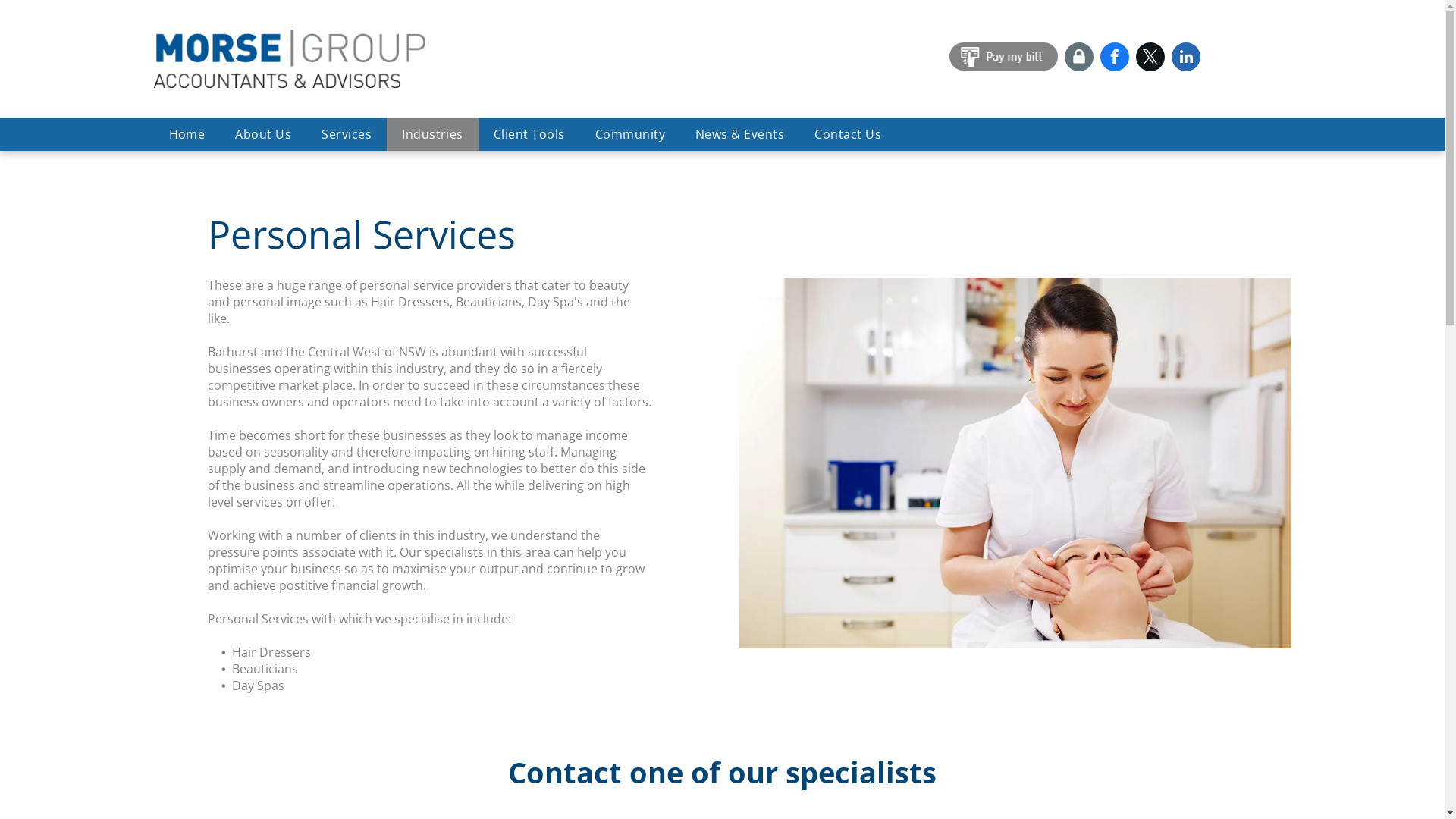  I want to click on 'Contact one of our specialists', so click(721, 772).